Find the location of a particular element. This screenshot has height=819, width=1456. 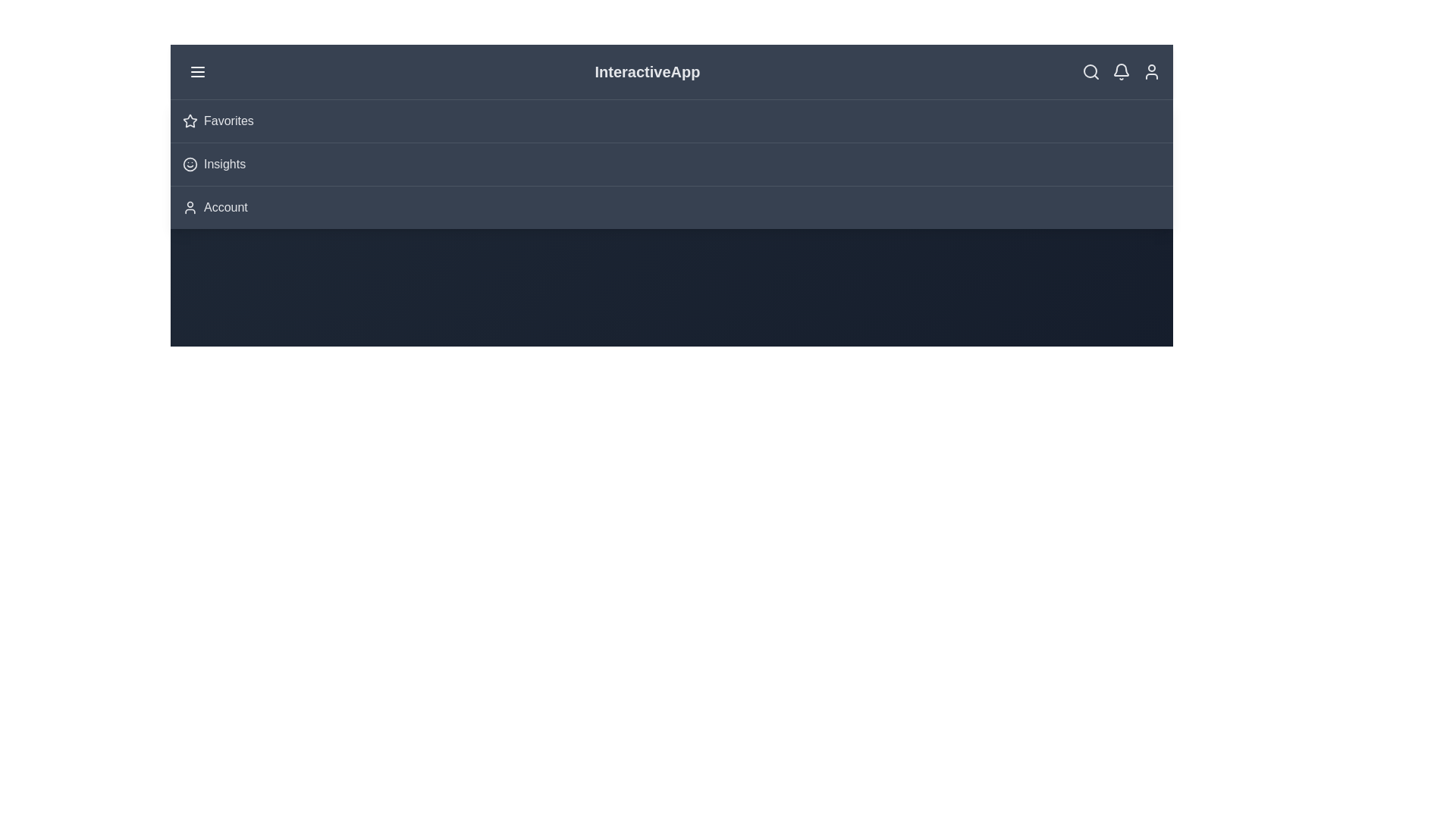

the menu button to toggle the visibility of the menu is located at coordinates (196, 72).